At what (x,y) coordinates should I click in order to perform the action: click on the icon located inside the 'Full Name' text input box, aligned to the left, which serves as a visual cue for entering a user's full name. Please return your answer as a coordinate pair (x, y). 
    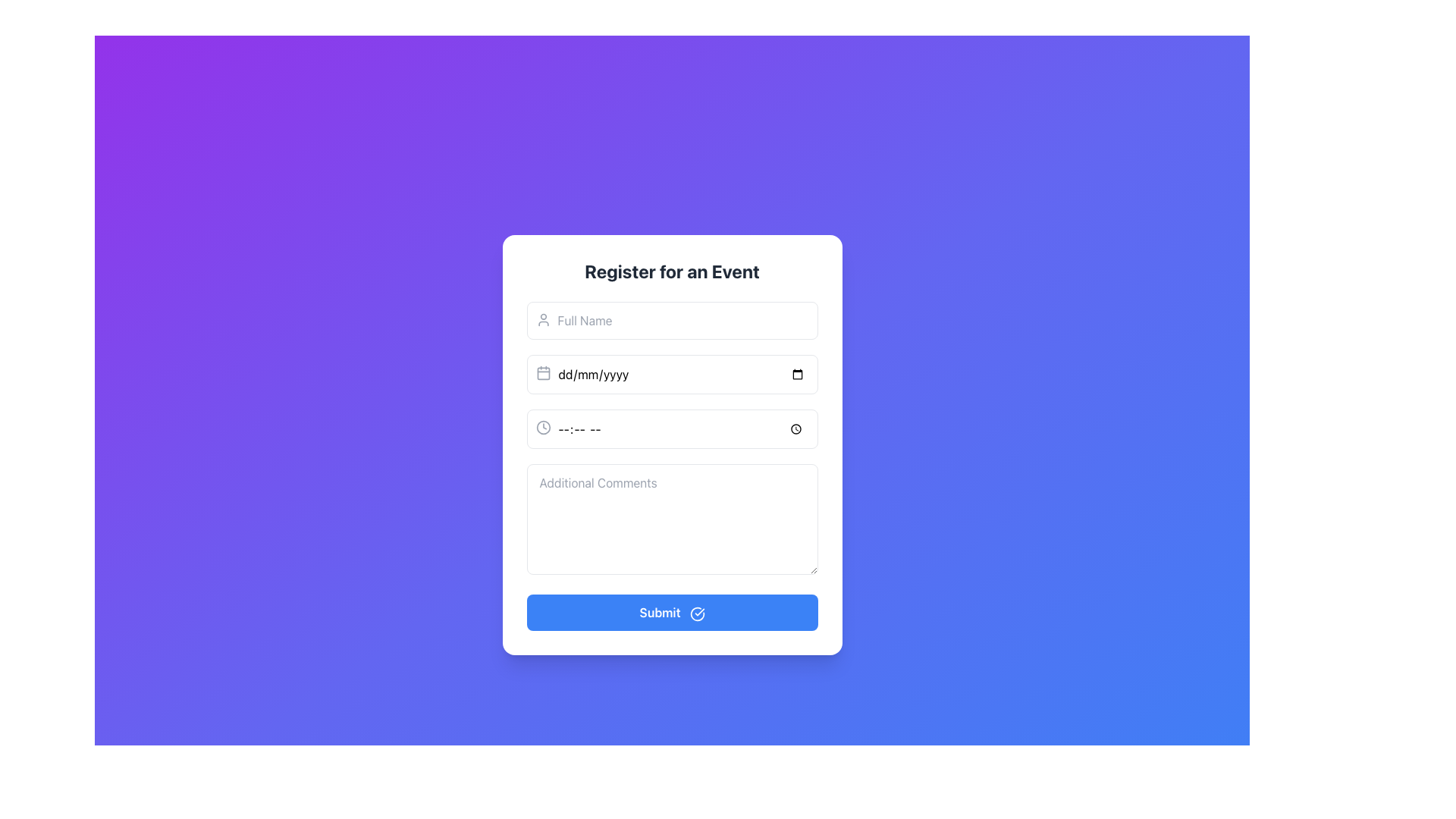
    Looking at the image, I should click on (543, 318).